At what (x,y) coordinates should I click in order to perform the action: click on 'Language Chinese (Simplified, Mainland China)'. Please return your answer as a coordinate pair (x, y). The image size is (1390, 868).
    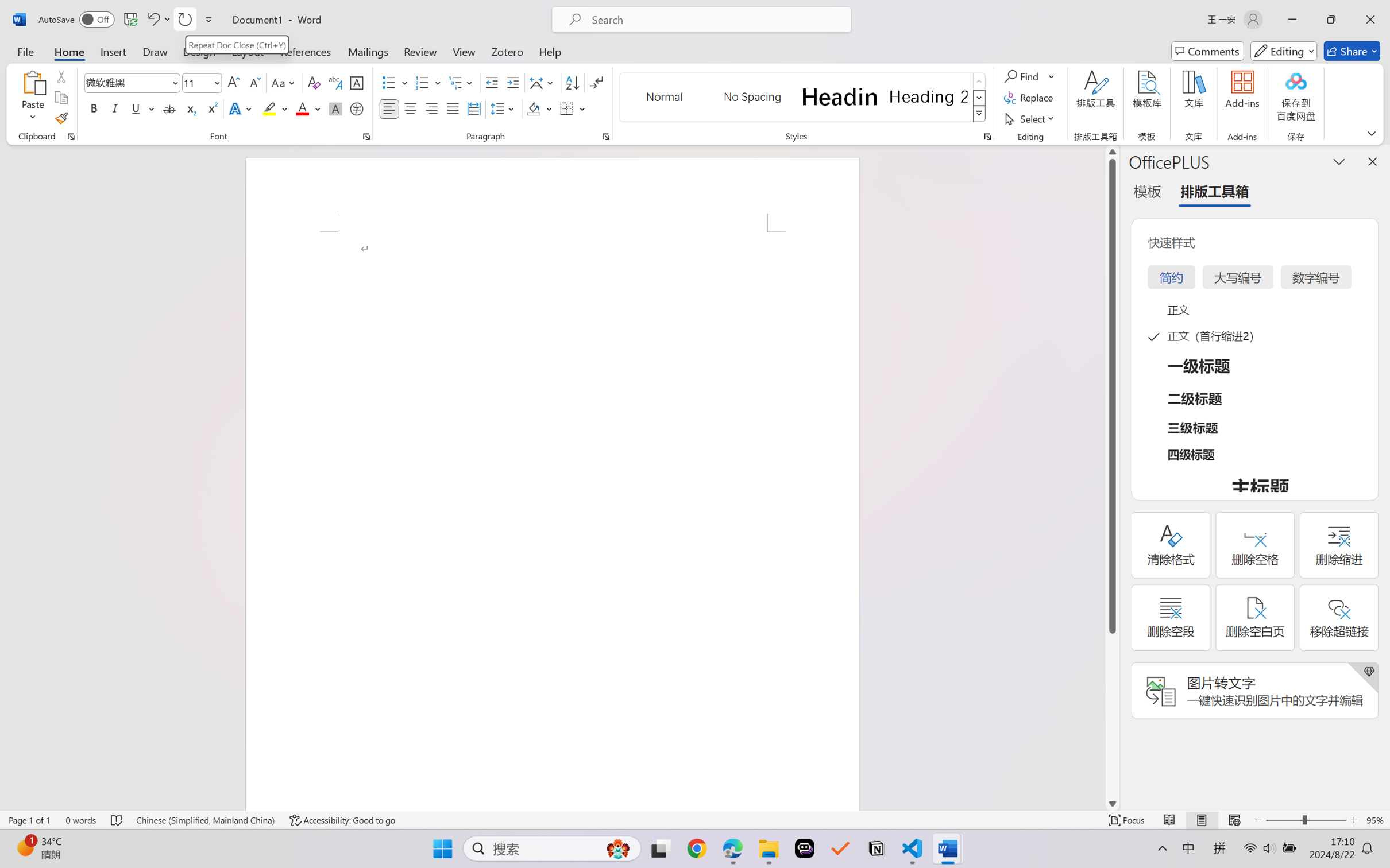
    Looking at the image, I should click on (204, 820).